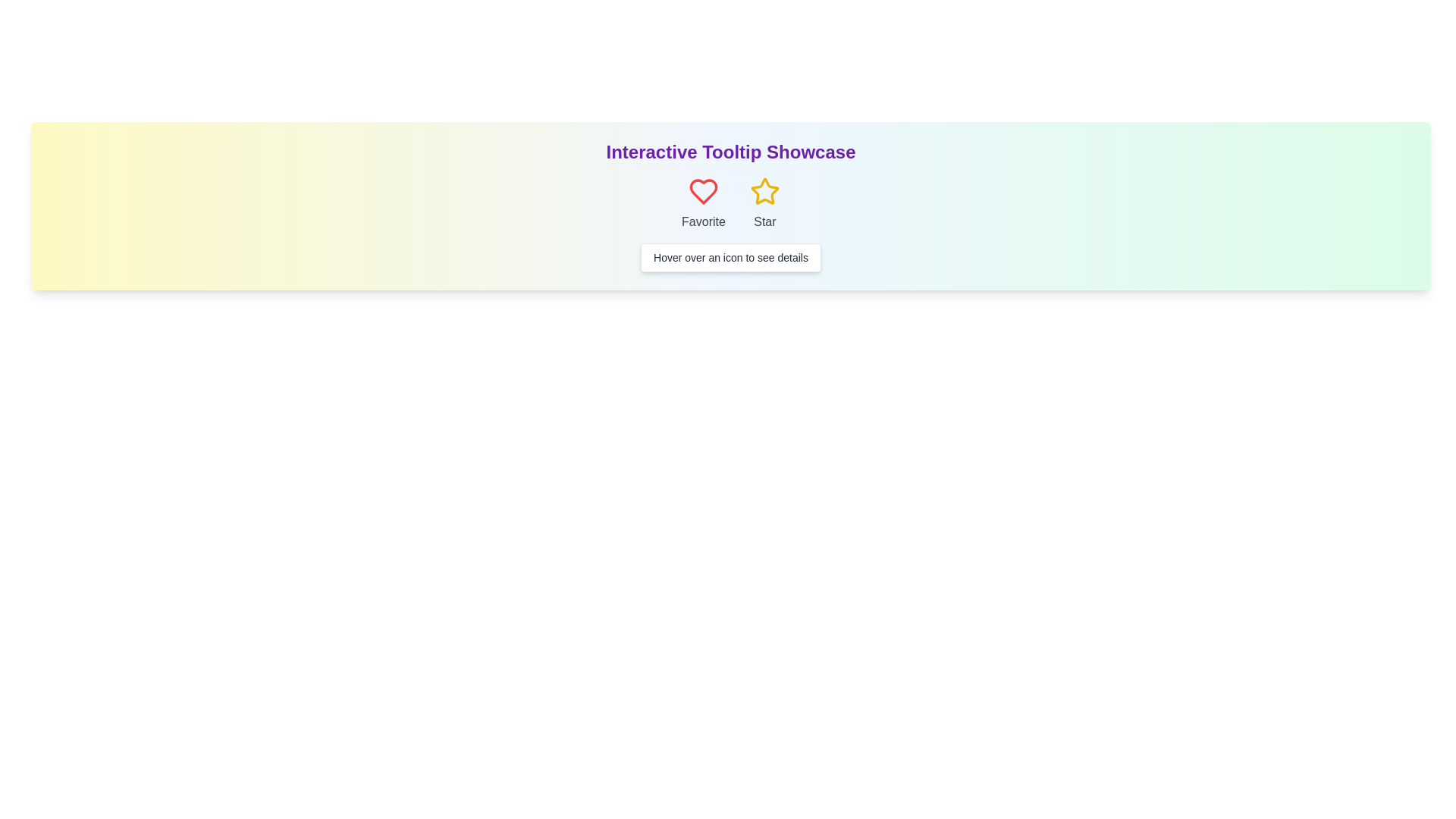 This screenshot has width=1456, height=819. I want to click on the star icon with a hollow center, rendered in bright yellow, which is the second icon in the row, positioned to the right of the heart icon and under the 'Star' label text, so click(764, 190).